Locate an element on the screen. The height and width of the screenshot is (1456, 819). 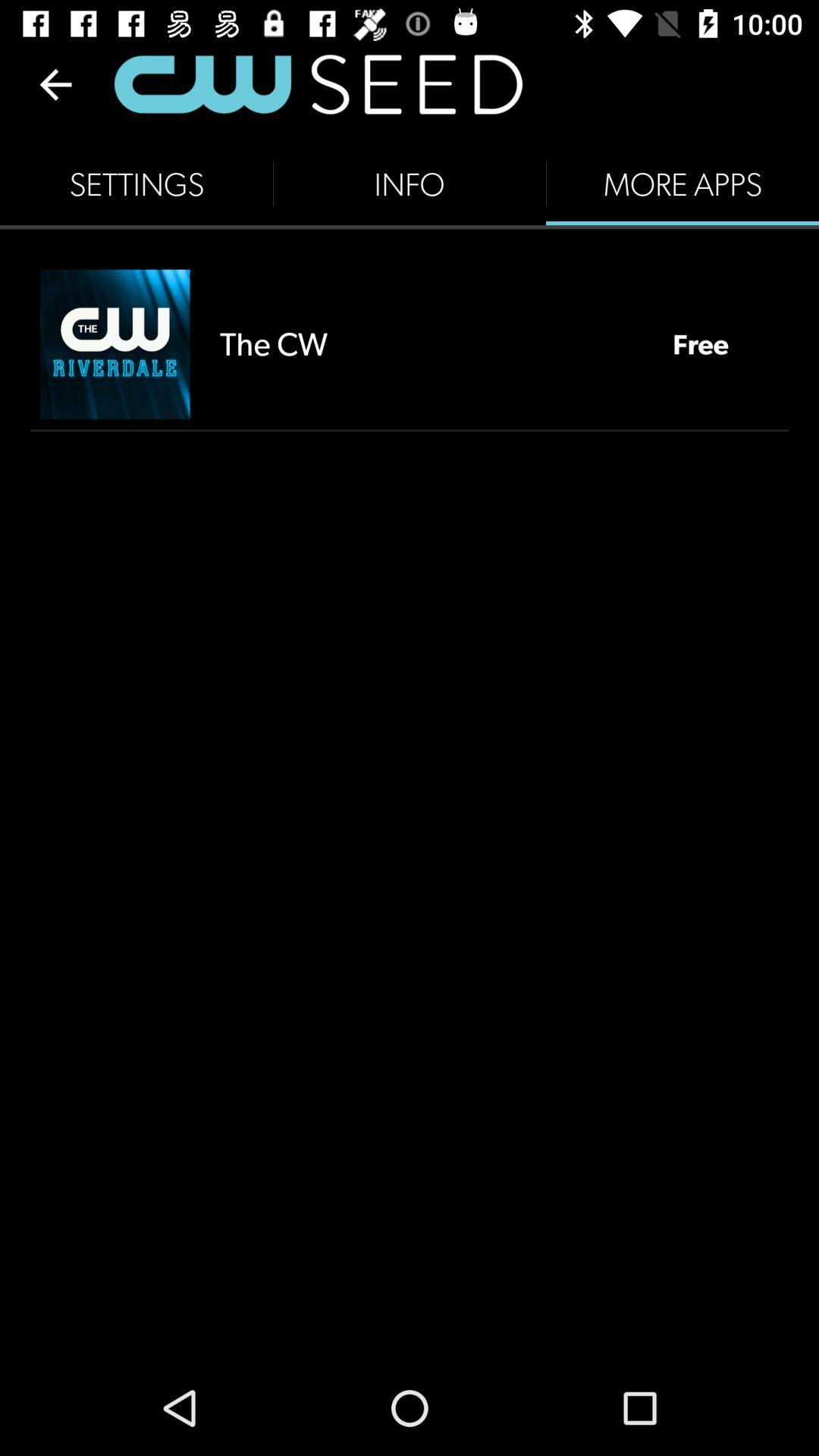
item to the left of the free is located at coordinates (431, 343).